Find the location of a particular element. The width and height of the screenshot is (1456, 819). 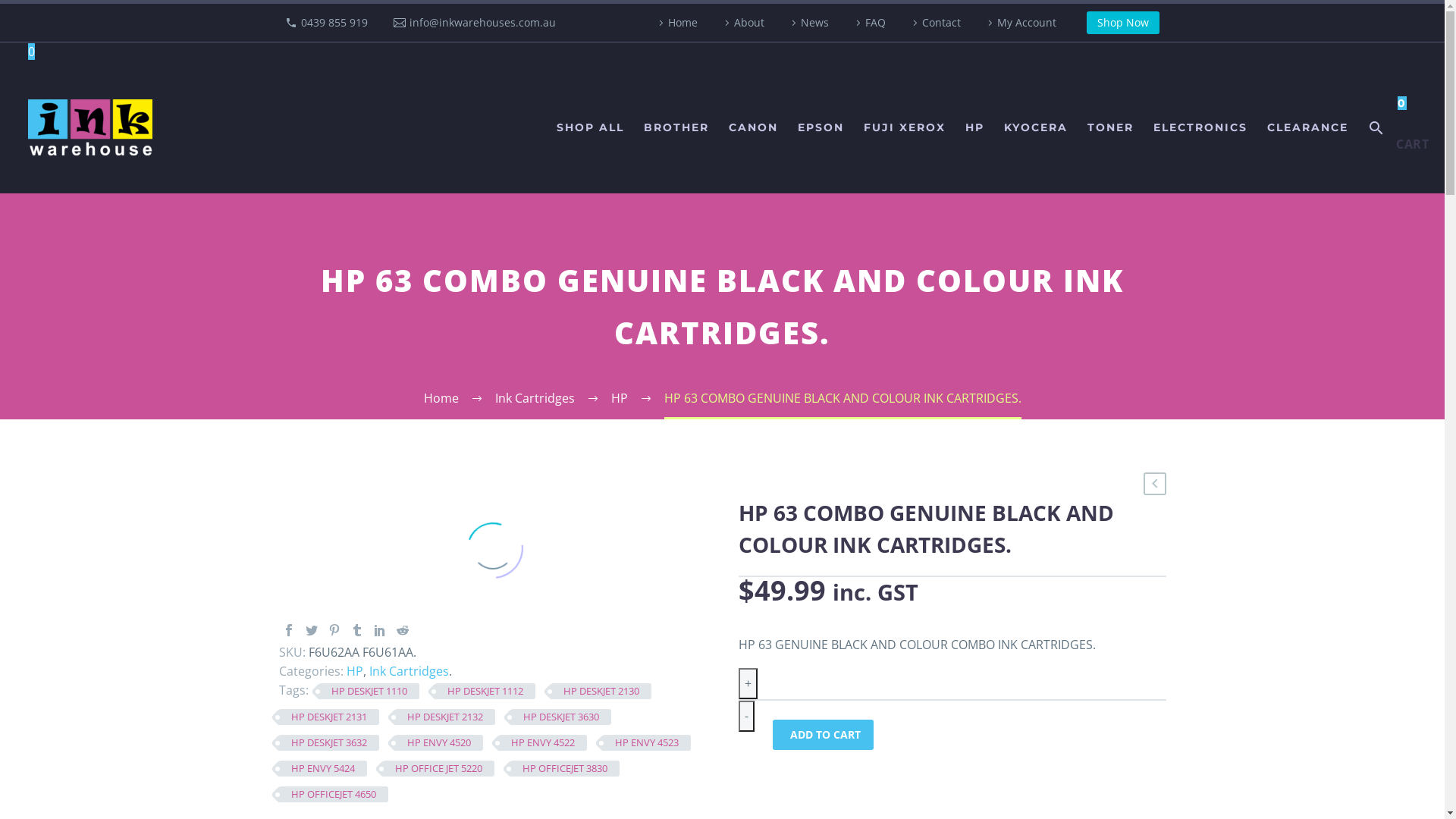

'Reddit' is located at coordinates (396, 629).